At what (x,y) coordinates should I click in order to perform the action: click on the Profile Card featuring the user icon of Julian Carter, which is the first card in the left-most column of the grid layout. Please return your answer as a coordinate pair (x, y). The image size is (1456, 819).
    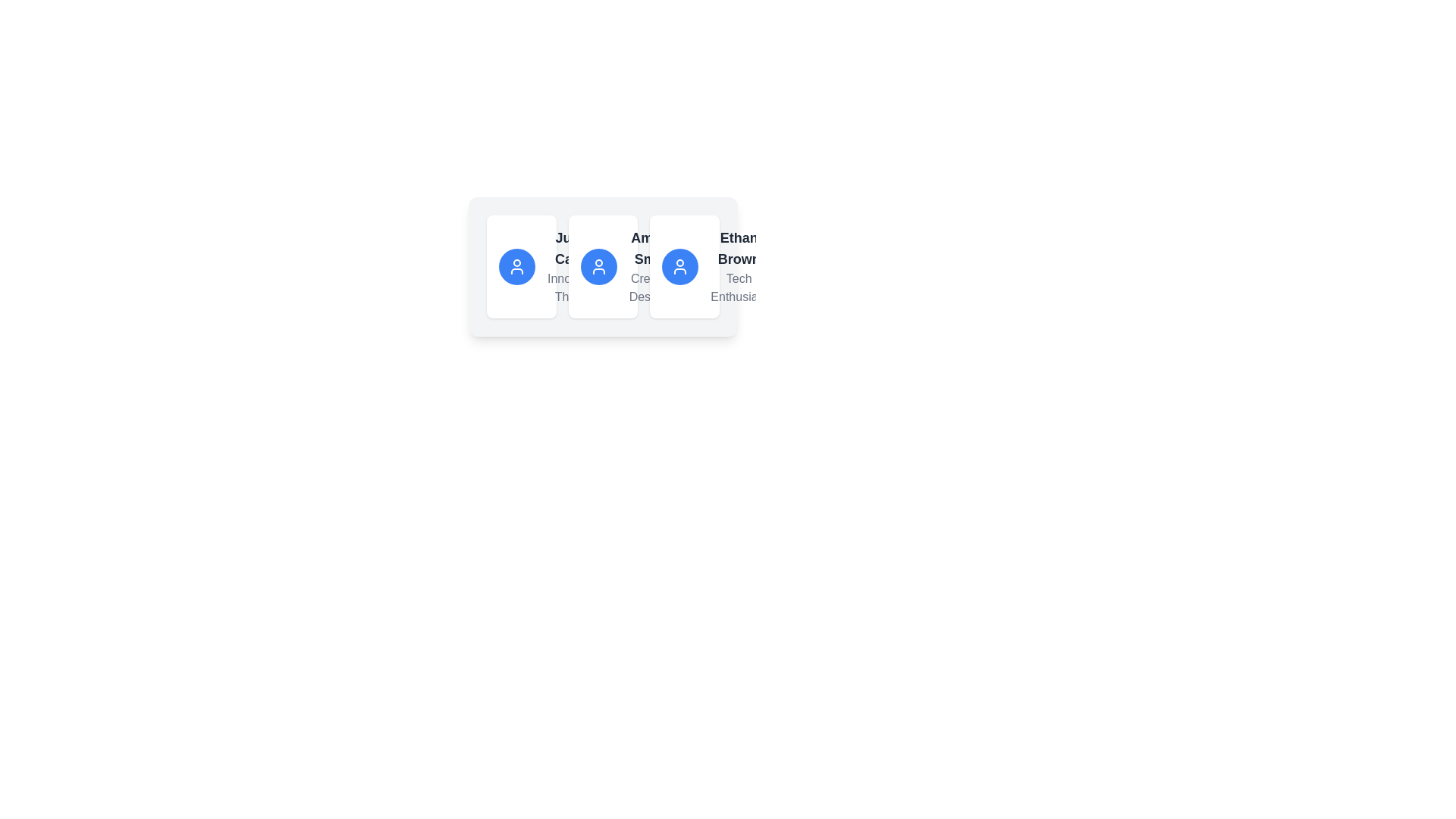
    Looking at the image, I should click on (521, 265).